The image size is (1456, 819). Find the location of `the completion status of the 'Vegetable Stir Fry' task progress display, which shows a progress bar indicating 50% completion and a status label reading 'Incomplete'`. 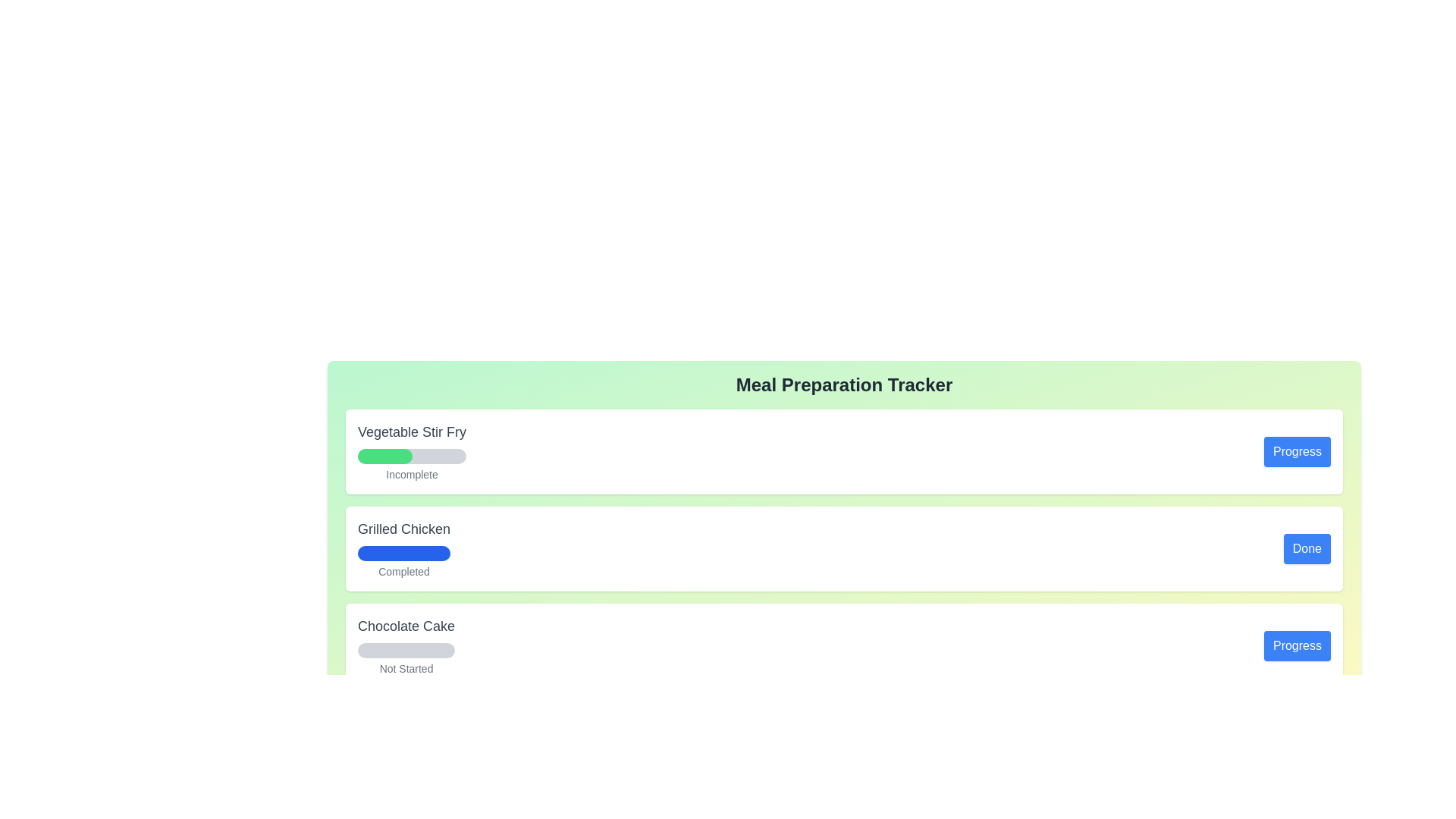

the completion status of the 'Vegetable Stir Fry' task progress display, which shows a progress bar indicating 50% completion and a status label reading 'Incomplete' is located at coordinates (412, 451).